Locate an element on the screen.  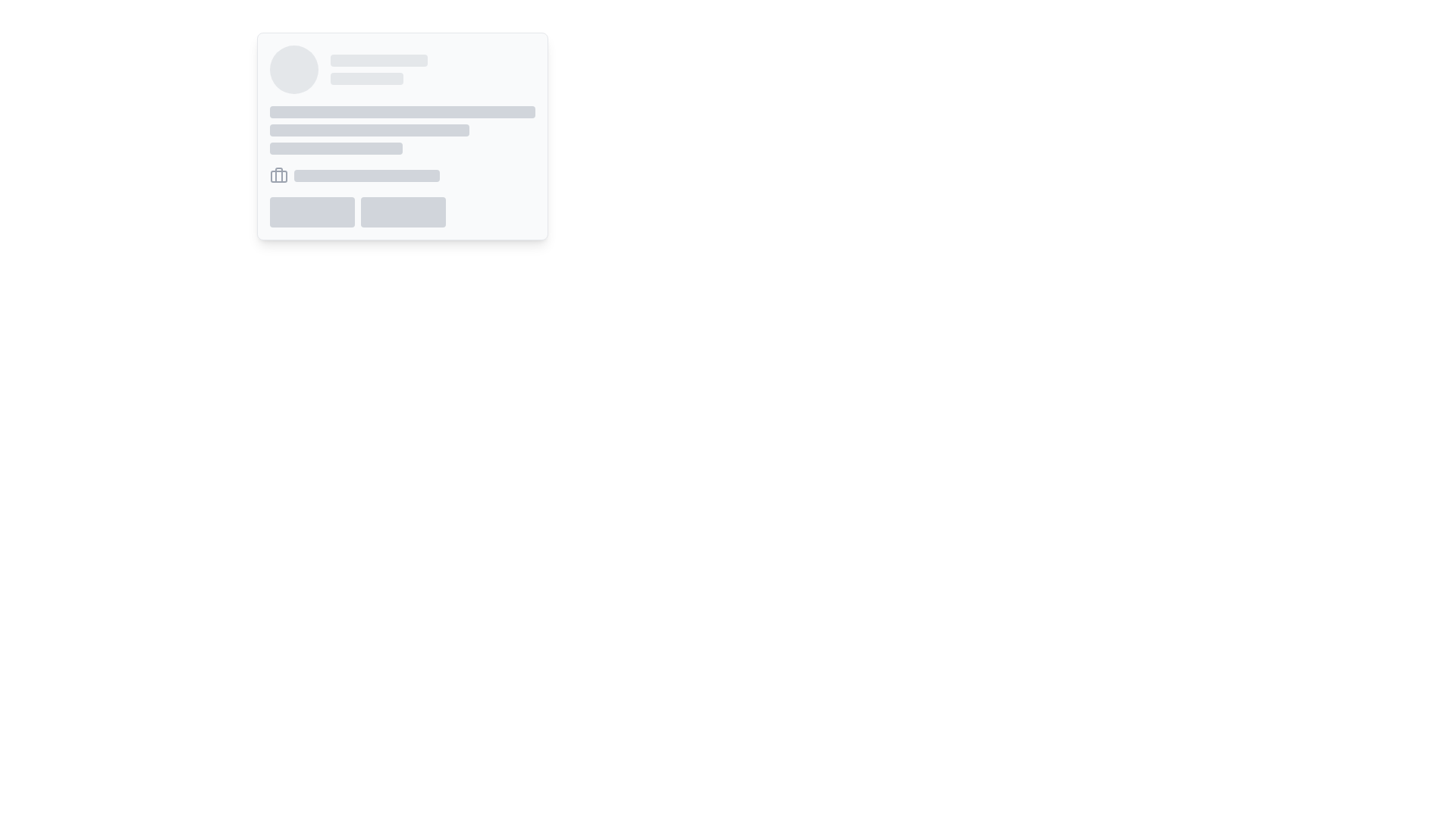
the second rounded horizontal bar with a gray background, which is located between a wider bar above and a smaller bar below is located at coordinates (369, 130).